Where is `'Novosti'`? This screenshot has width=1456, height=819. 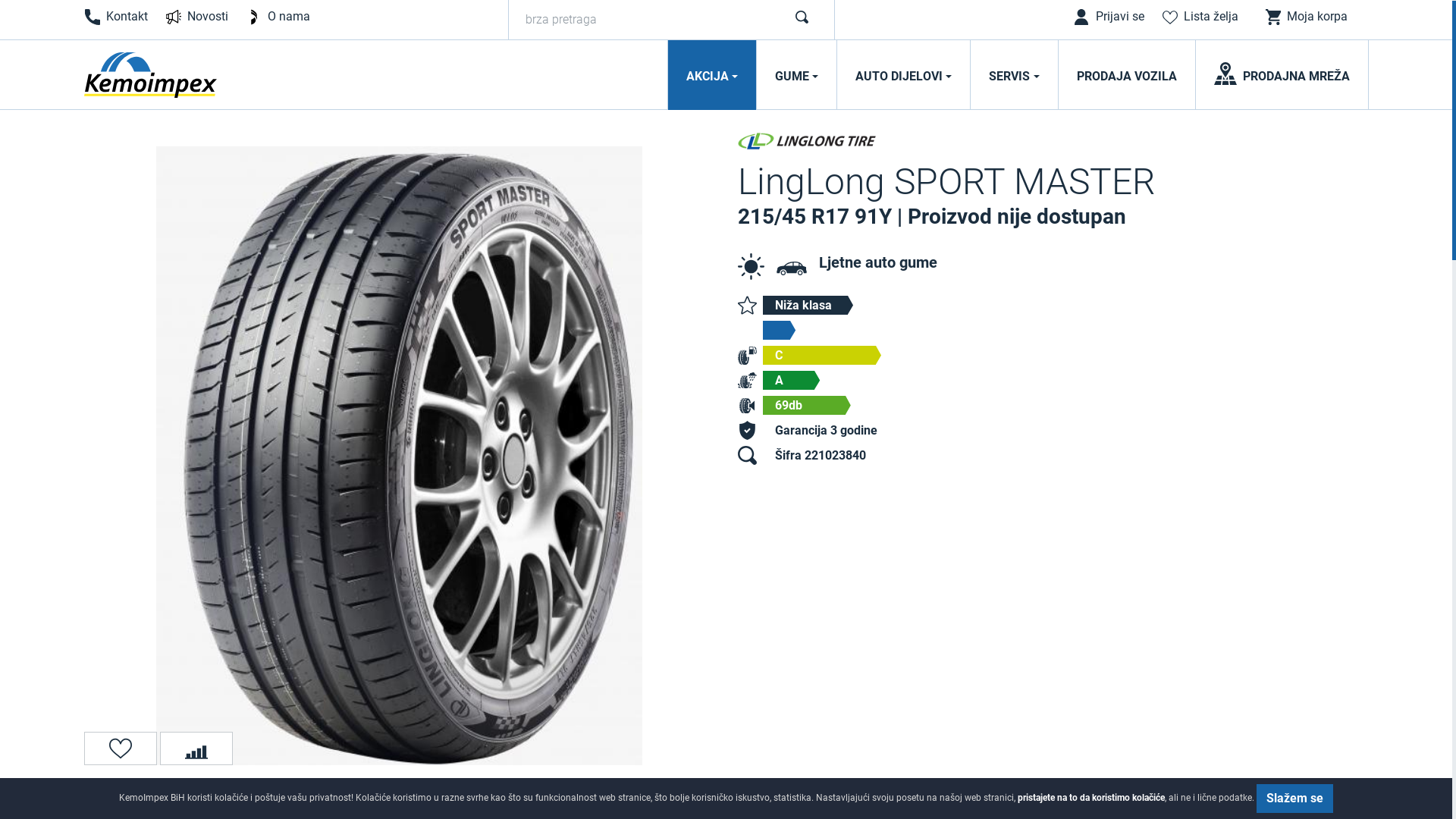
'Novosti' is located at coordinates (199, 20).